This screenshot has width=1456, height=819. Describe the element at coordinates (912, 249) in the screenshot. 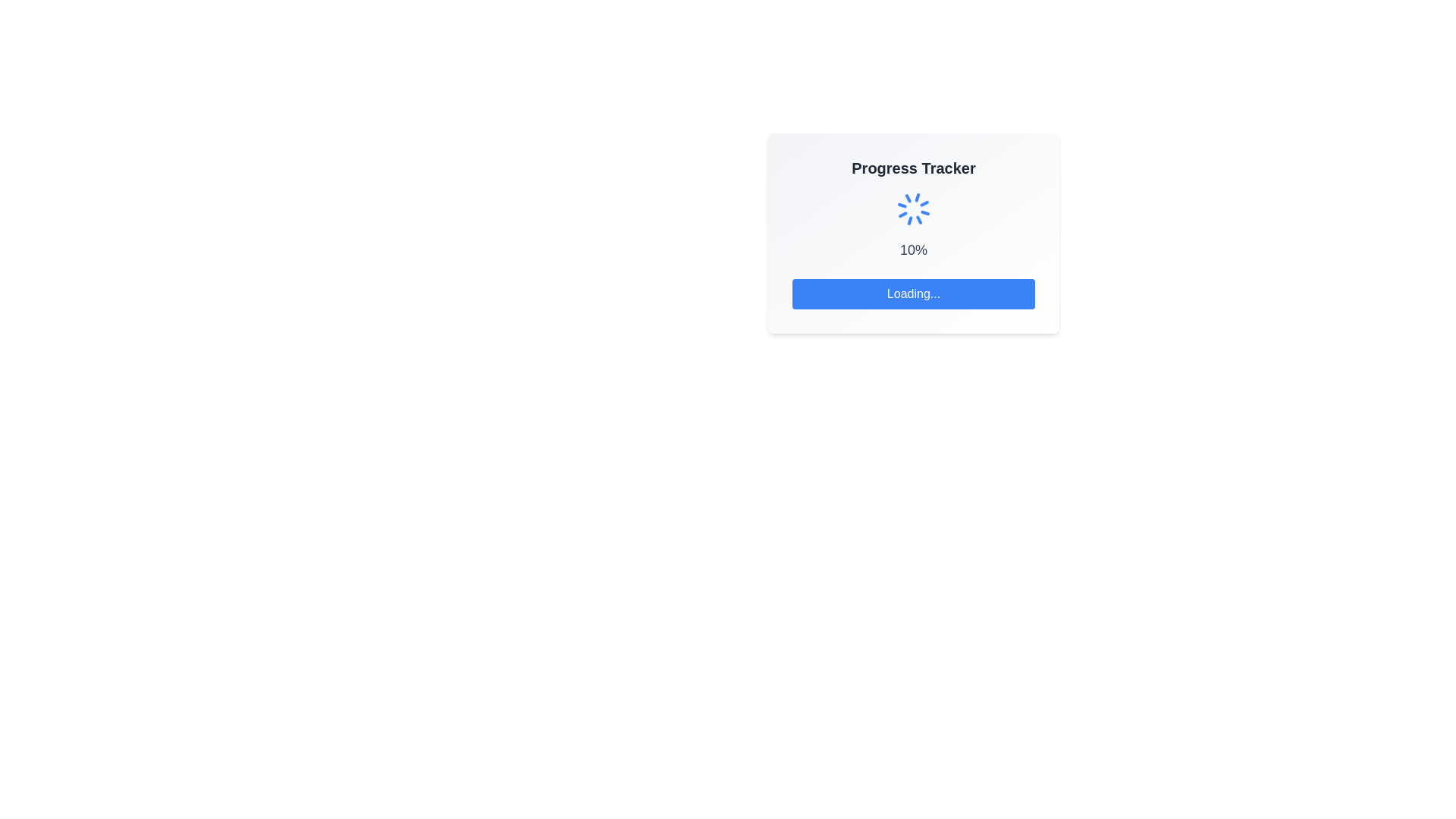

I see `the text label displaying '0%' which is positioned beneath the spinning loader icon and above the blue button labeled 'Loading...'` at that location.